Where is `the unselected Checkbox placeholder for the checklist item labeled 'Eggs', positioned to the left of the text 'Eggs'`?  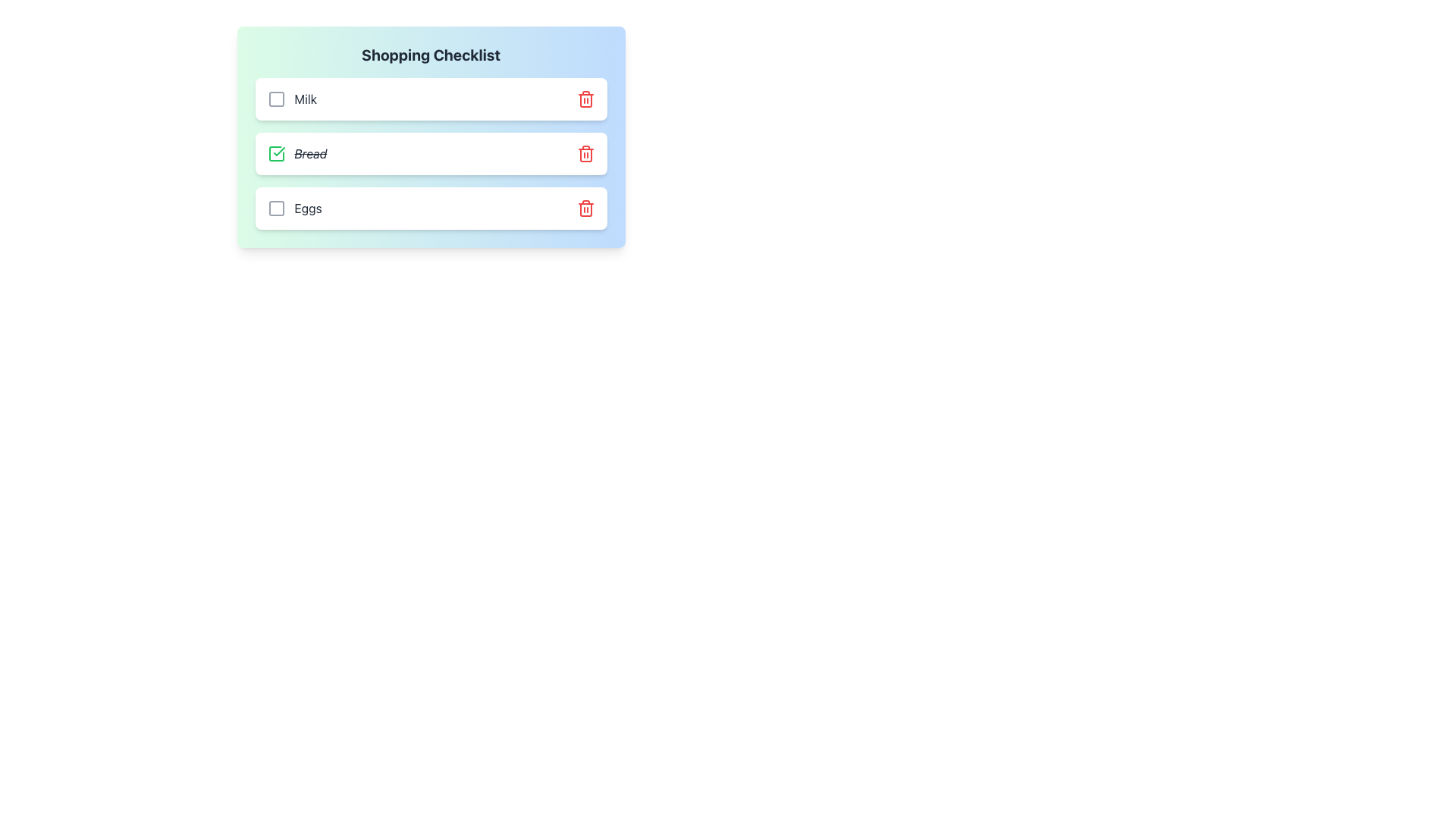 the unselected Checkbox placeholder for the checklist item labeled 'Eggs', positioned to the left of the text 'Eggs' is located at coordinates (276, 208).